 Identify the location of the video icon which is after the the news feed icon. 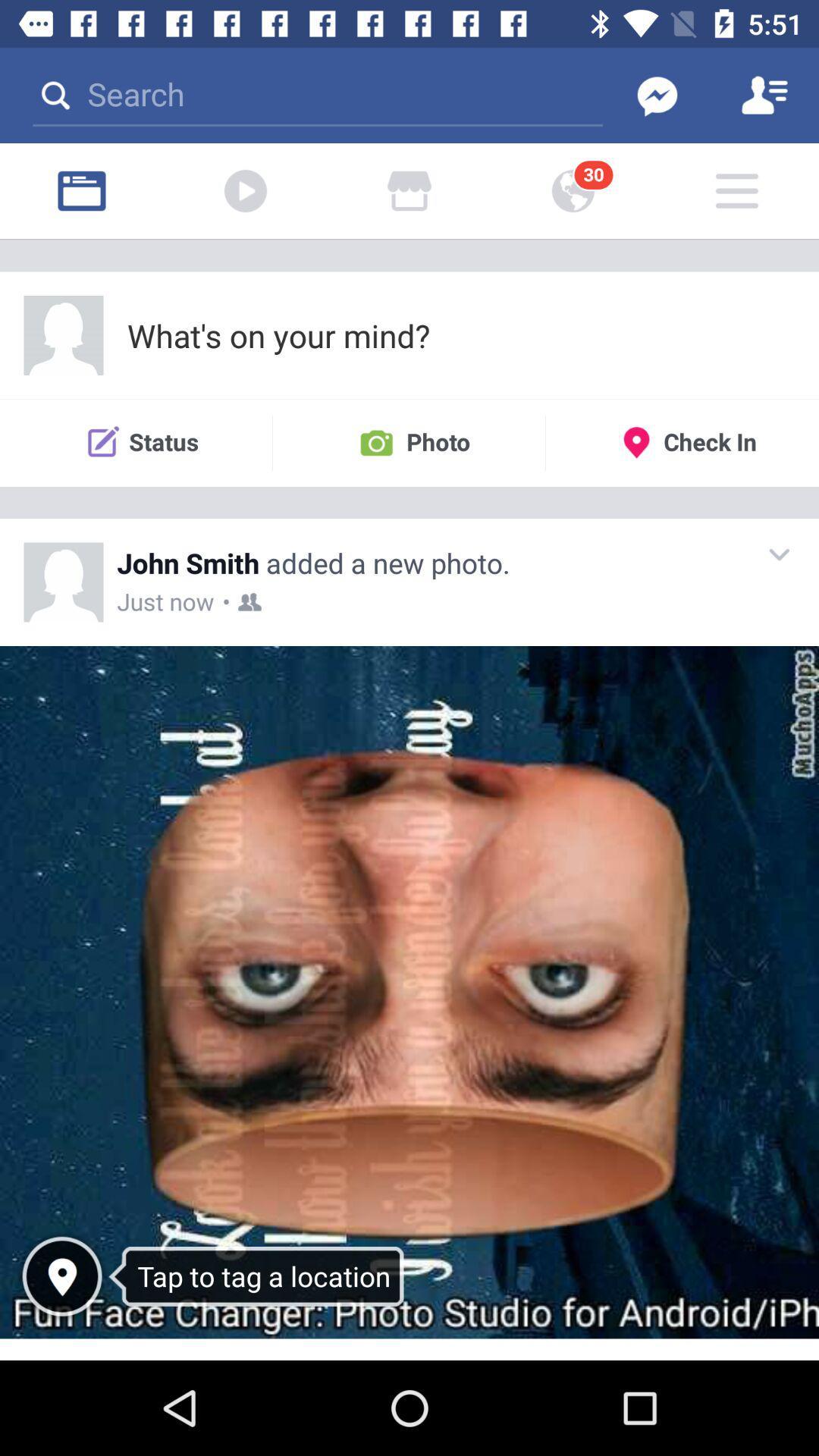
(245, 190).